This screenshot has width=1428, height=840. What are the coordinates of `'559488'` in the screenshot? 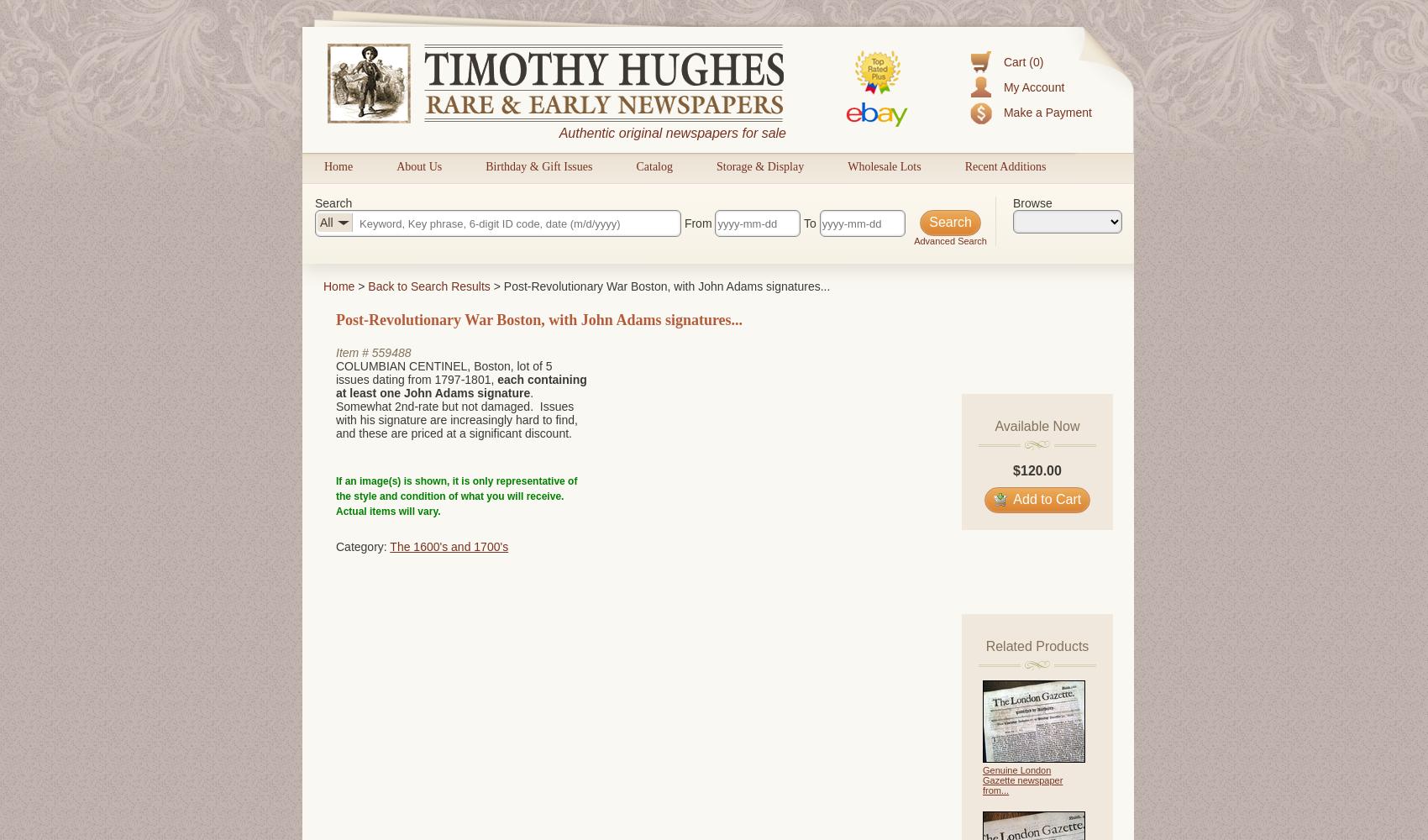 It's located at (391, 353).